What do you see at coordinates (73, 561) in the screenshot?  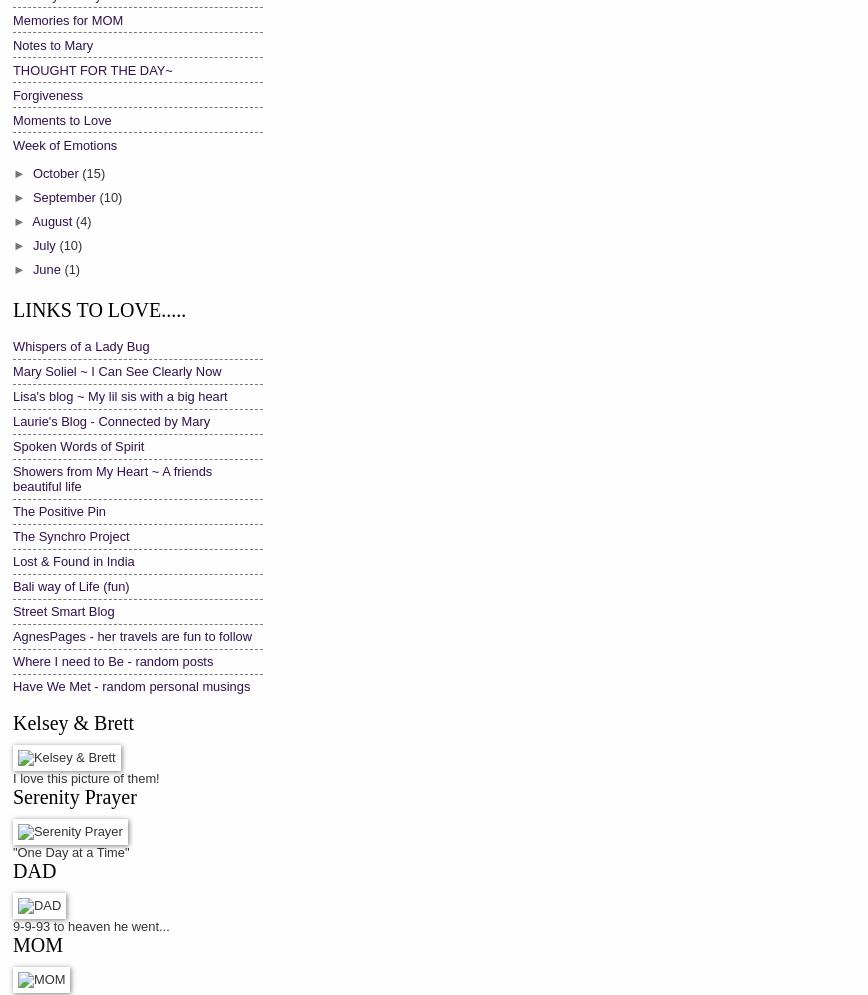 I see `'Lost & Found in India'` at bounding box center [73, 561].